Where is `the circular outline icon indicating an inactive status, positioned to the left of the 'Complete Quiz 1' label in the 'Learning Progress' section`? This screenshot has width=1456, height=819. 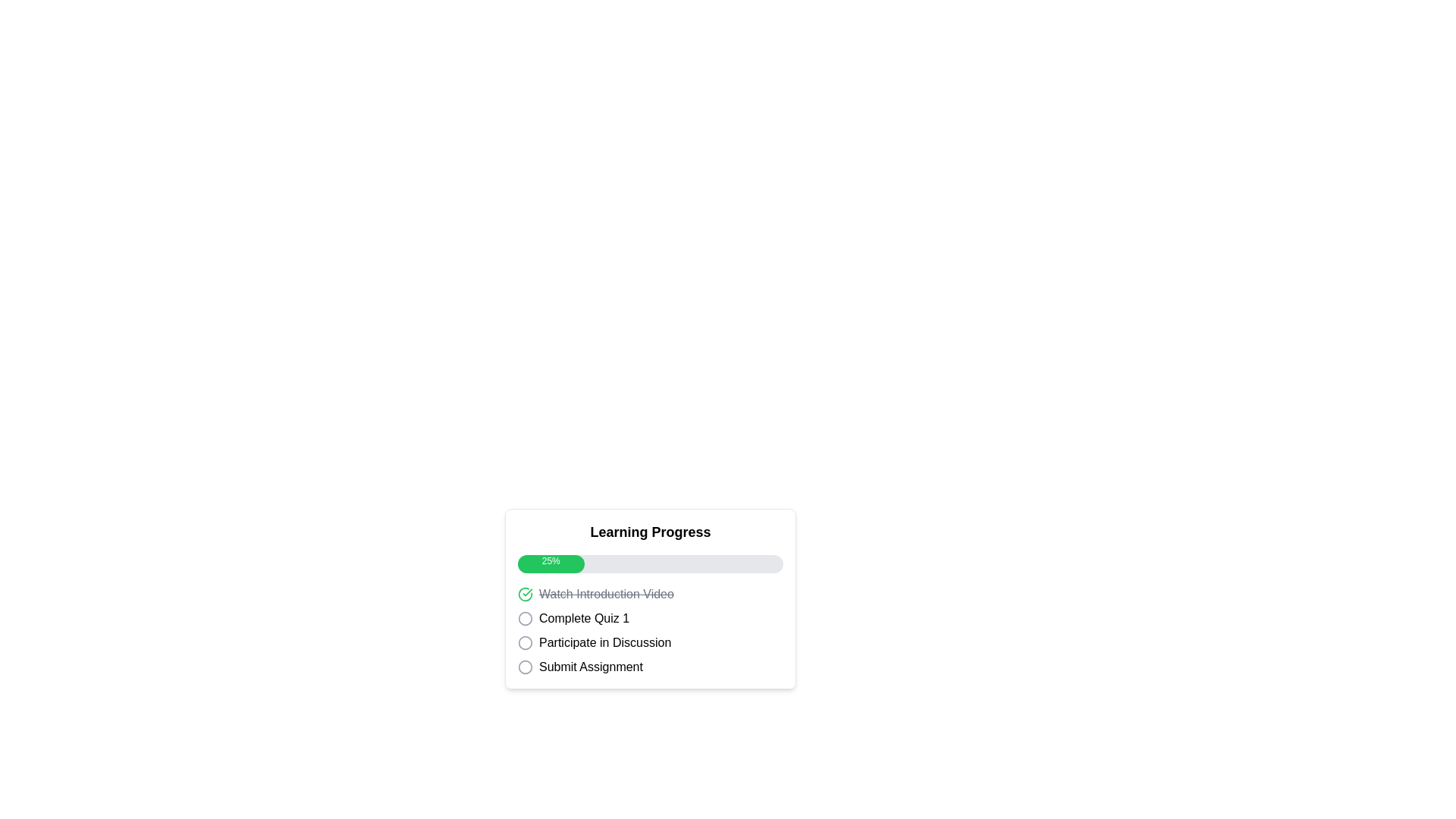
the circular outline icon indicating an inactive status, positioned to the left of the 'Complete Quiz 1' label in the 'Learning Progress' section is located at coordinates (525, 619).